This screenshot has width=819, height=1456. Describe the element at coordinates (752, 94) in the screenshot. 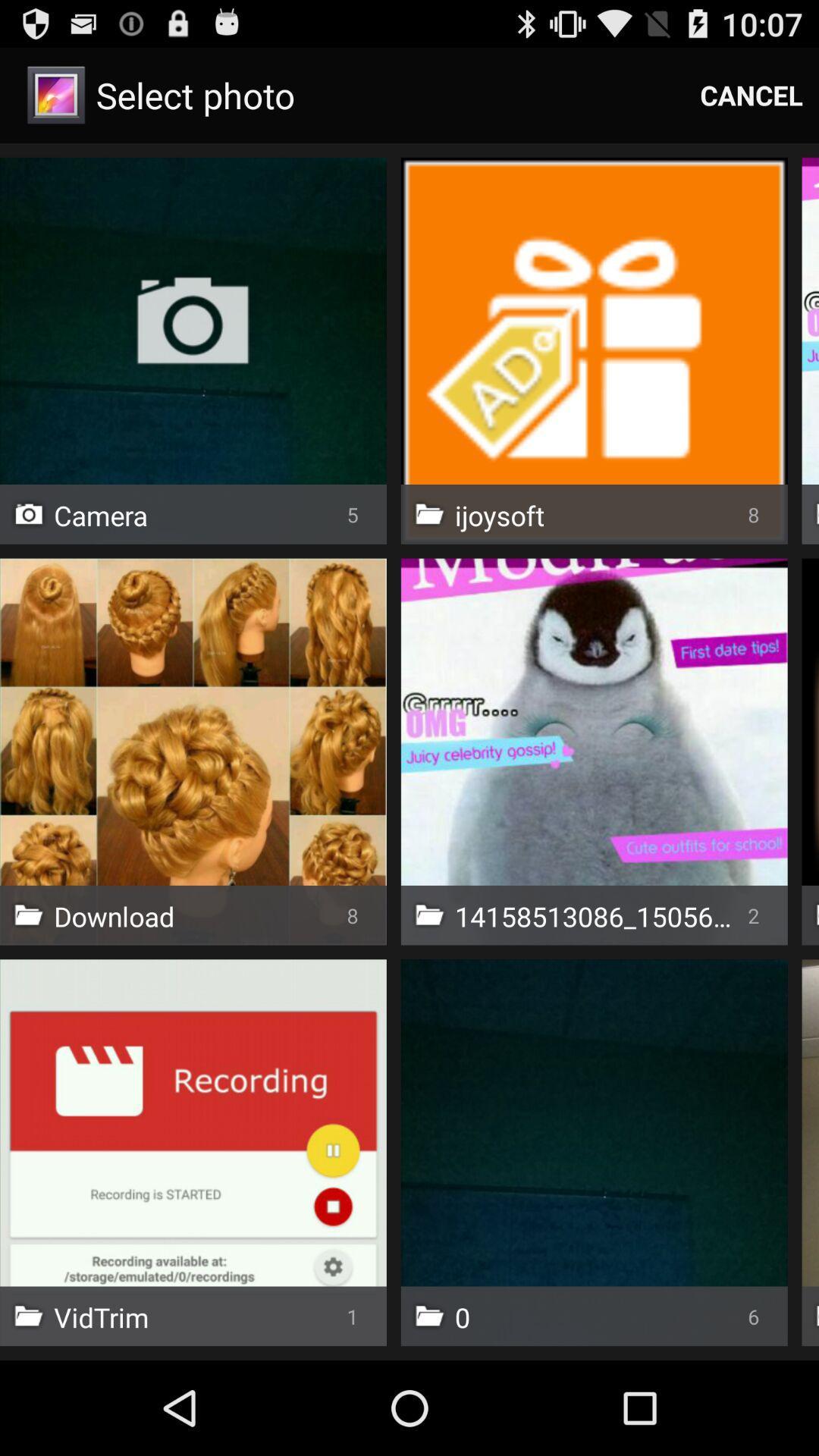

I see `the icon at the top right corner` at that location.